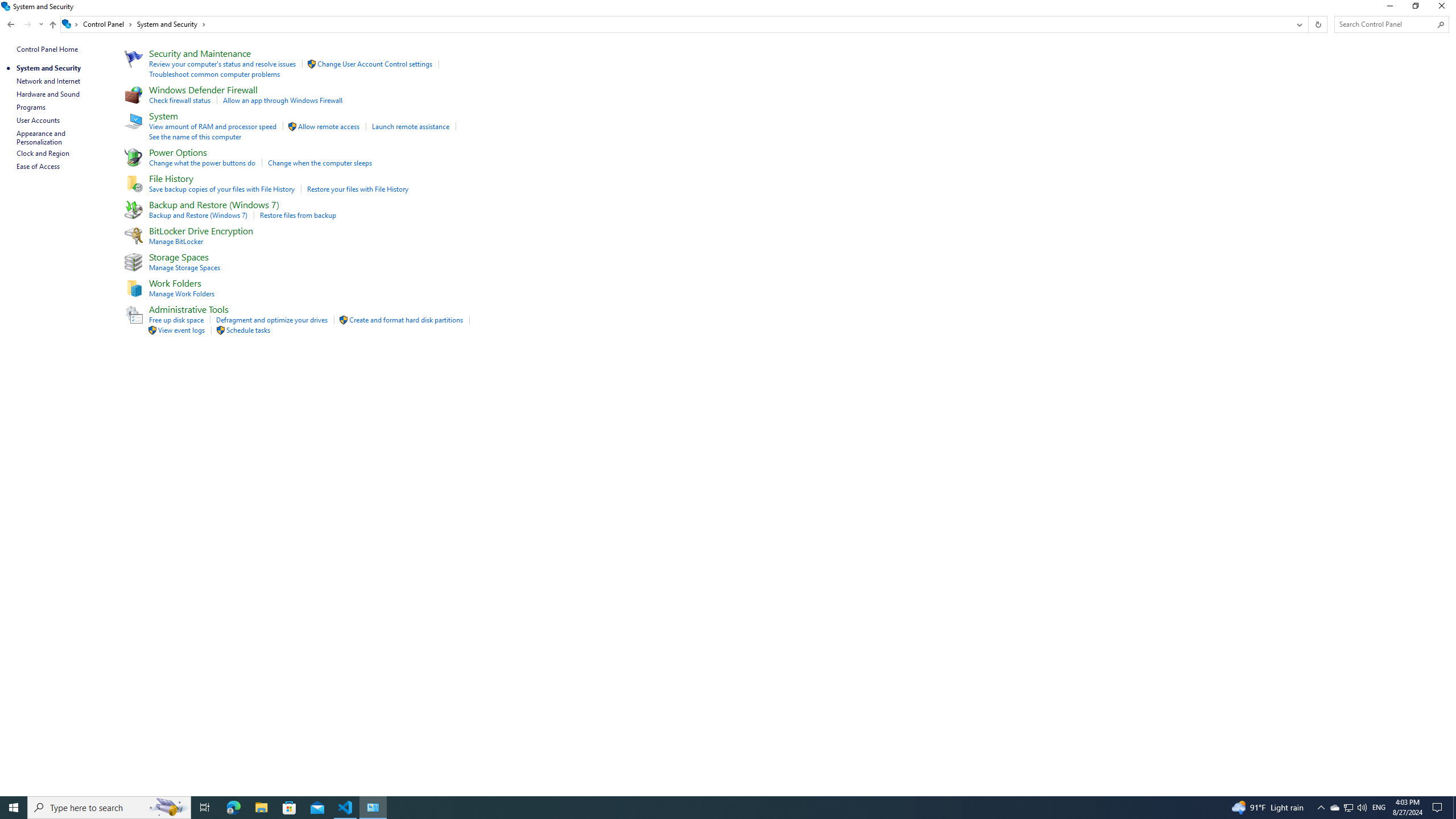  What do you see at coordinates (213, 126) in the screenshot?
I see `'View amount of RAM and processor speed'` at bounding box center [213, 126].